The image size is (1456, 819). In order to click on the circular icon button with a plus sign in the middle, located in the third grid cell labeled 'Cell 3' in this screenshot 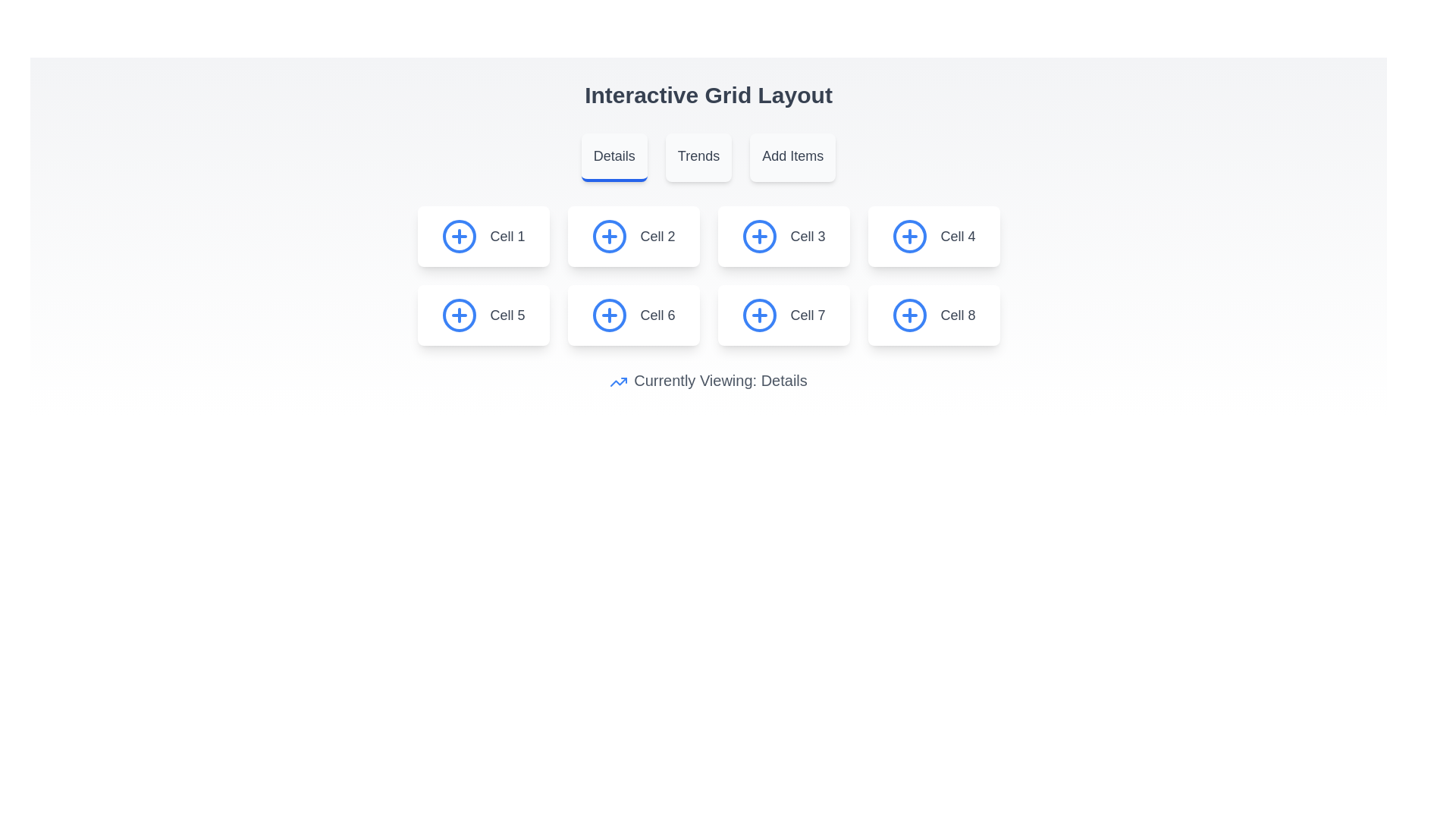, I will do `click(760, 237)`.